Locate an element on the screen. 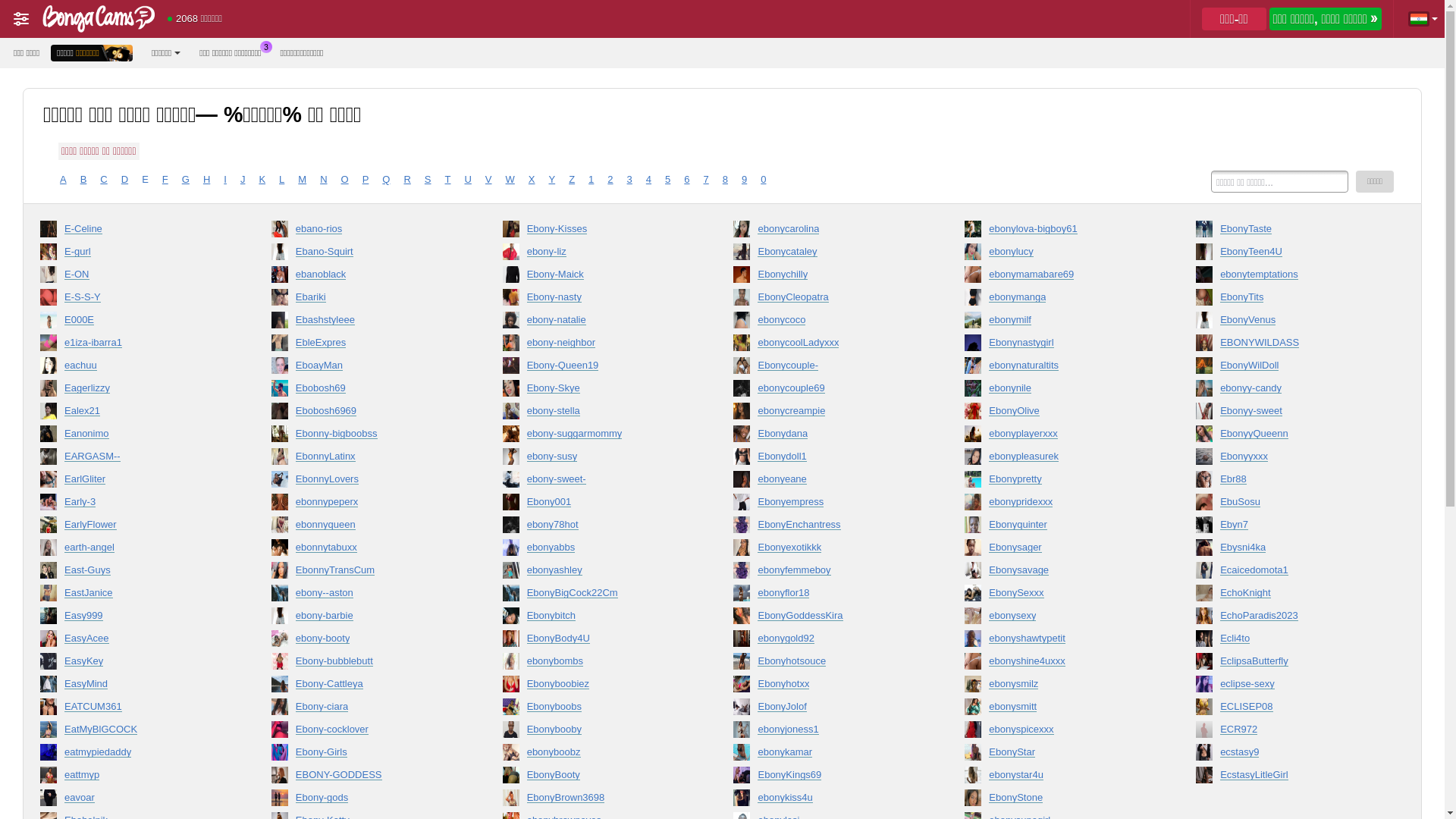 This screenshot has width=1456, height=819. 'ebonycoolLadyxxx' is located at coordinates (826, 345).